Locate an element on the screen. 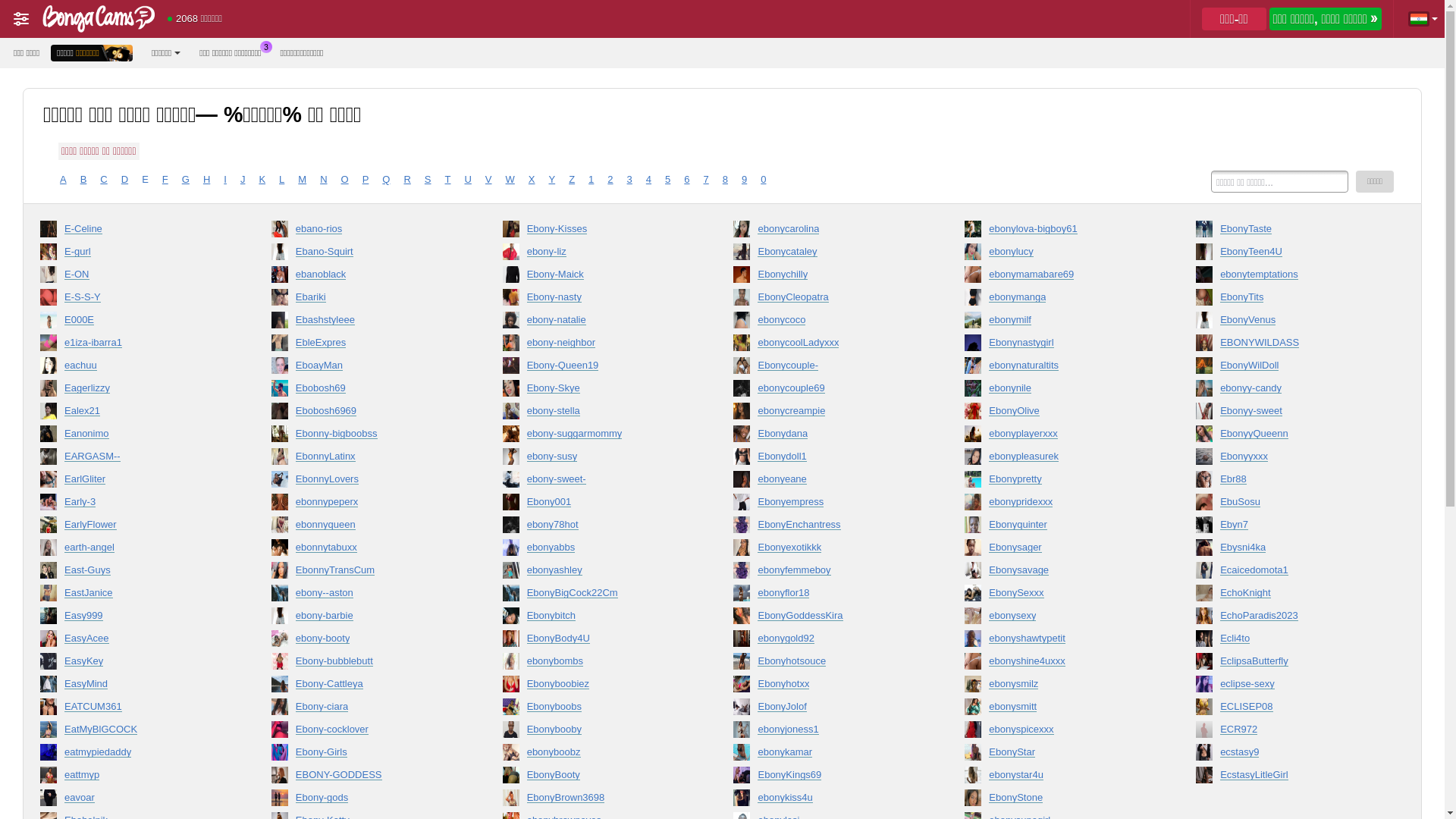 This screenshot has width=1456, height=819. 'ebonycoolLadyxxx' is located at coordinates (826, 345).